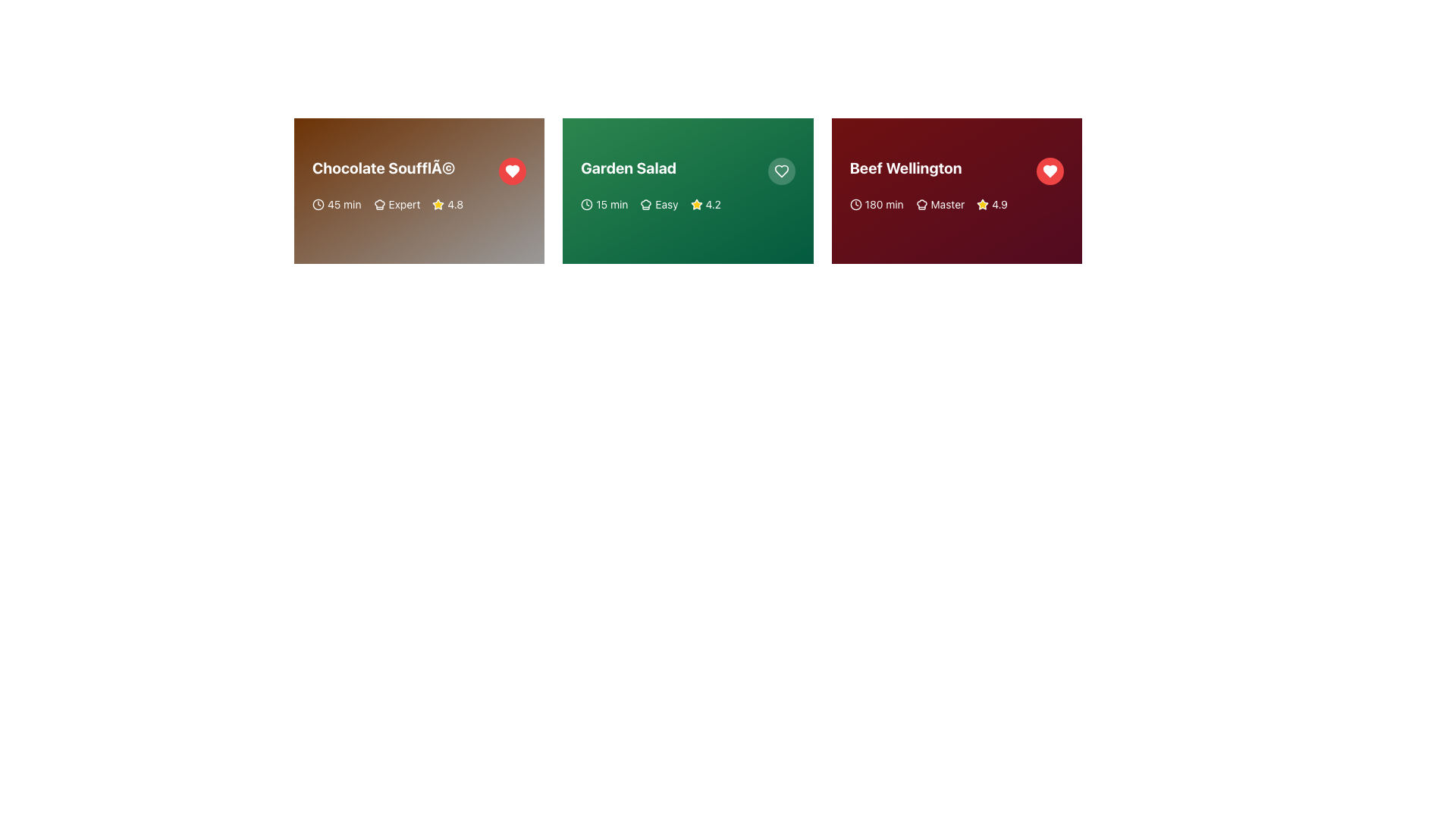  I want to click on the chef's hat icon located to the left of the text 'Master' in the difficulty section of the 'Beef Wellington' card, so click(921, 205).